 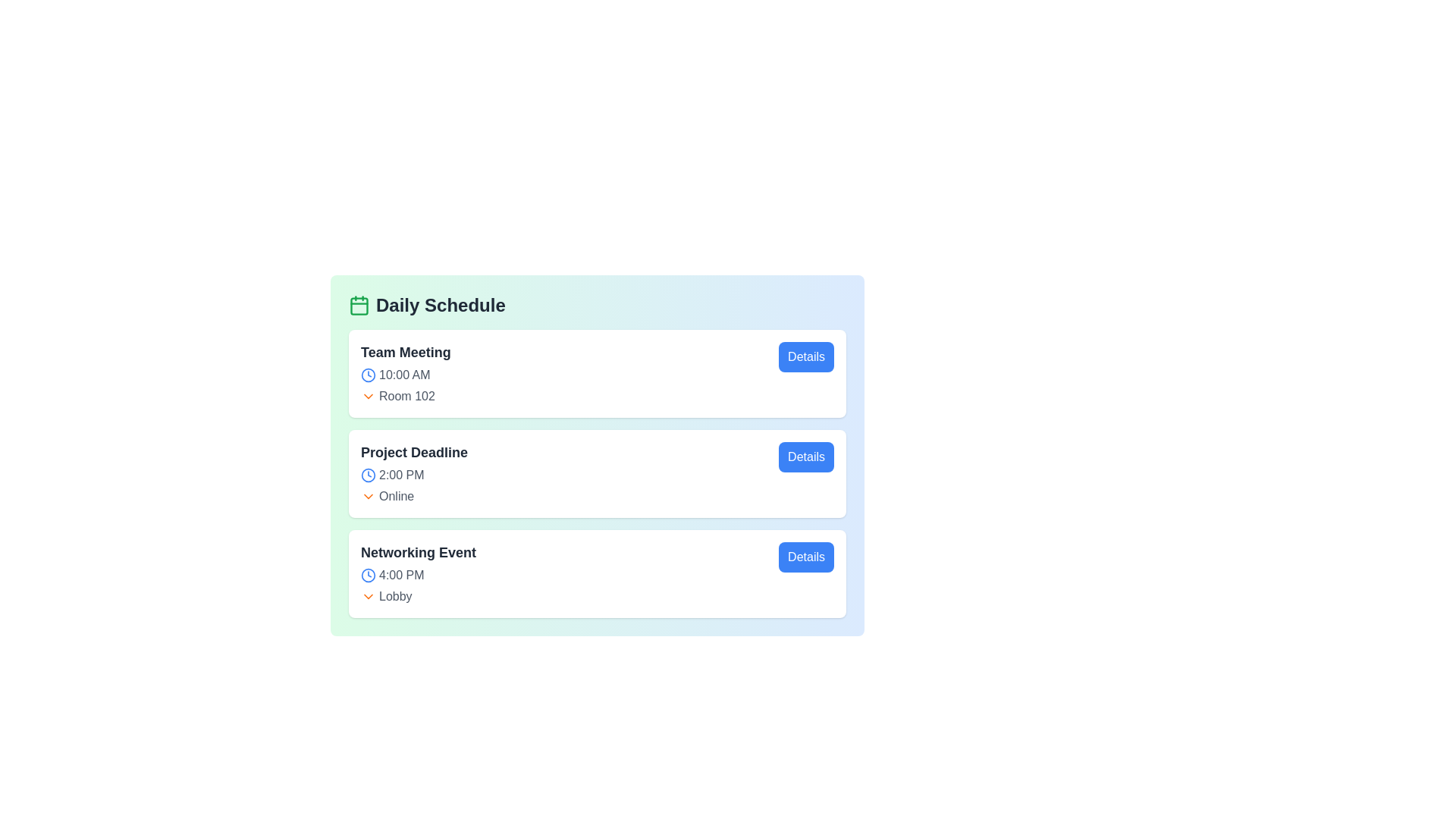 I want to click on the text label displaying '10:00 AM', which is in bold, sans-serif font and dark gray color, indicating the time for the 'Team Meeting' event, so click(x=404, y=375).